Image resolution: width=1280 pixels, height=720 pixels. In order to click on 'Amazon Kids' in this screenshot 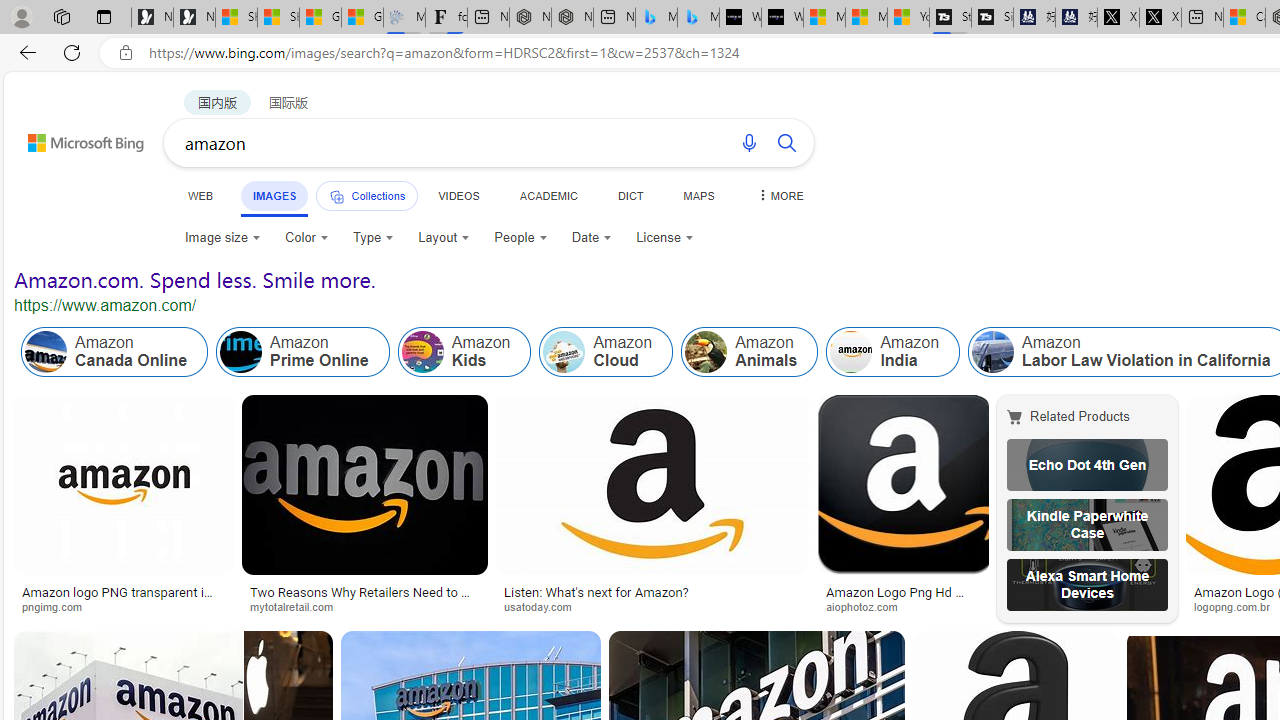, I will do `click(421, 351)`.